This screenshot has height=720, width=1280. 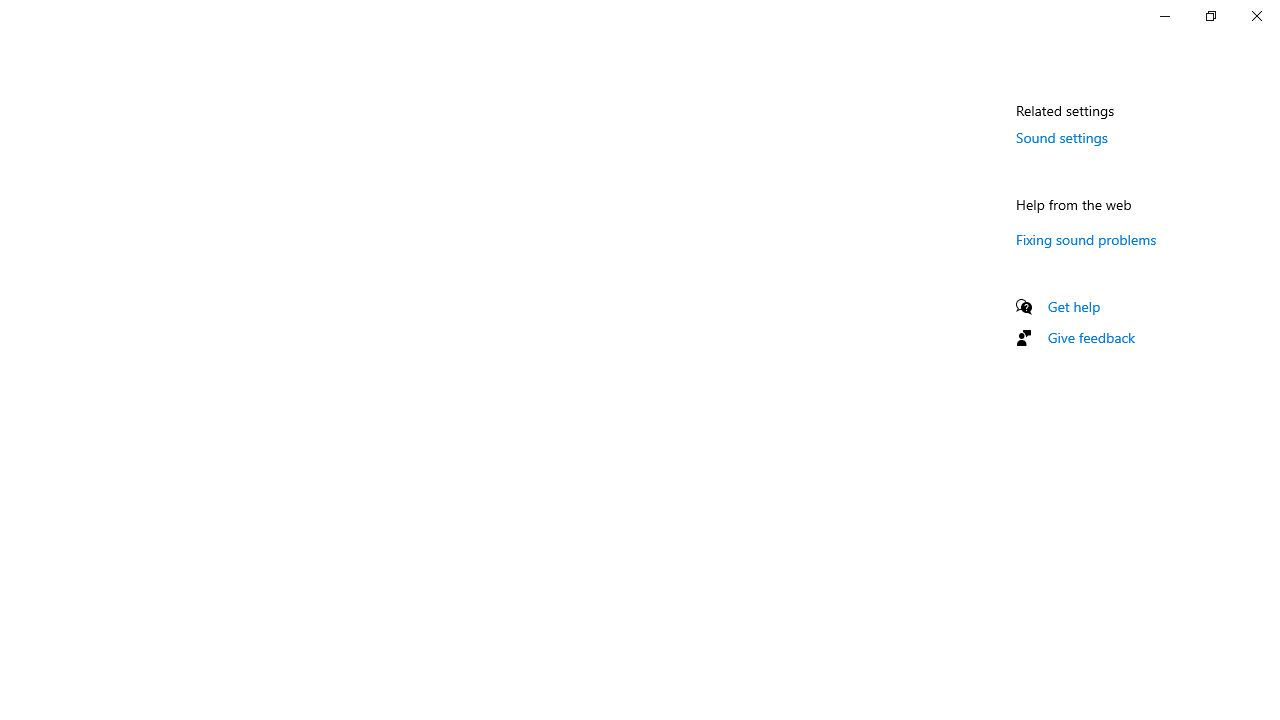 What do you see at coordinates (1073, 306) in the screenshot?
I see `'Get help'` at bounding box center [1073, 306].